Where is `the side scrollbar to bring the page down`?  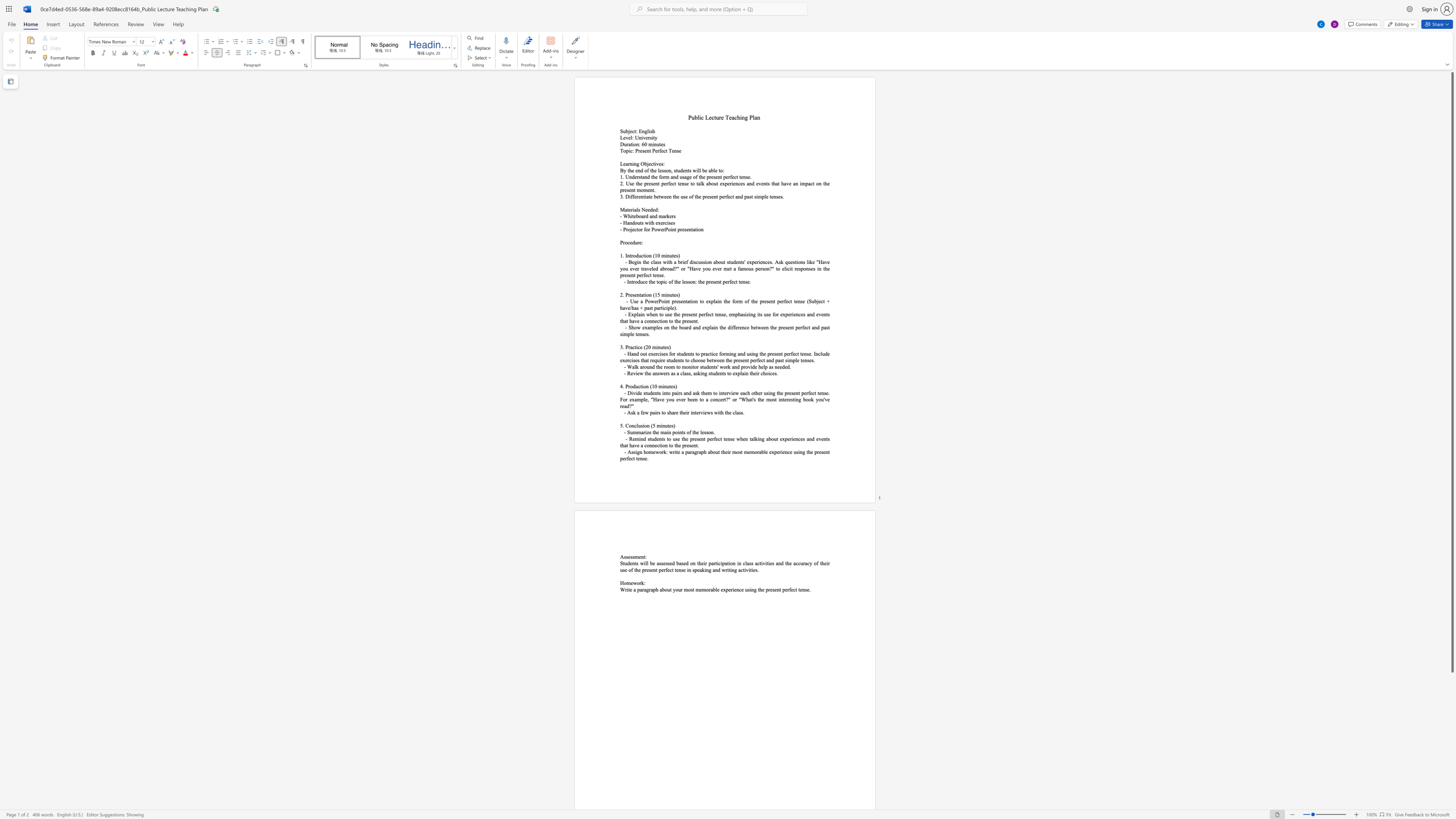
the side scrollbar to bring the page down is located at coordinates (1451, 803).